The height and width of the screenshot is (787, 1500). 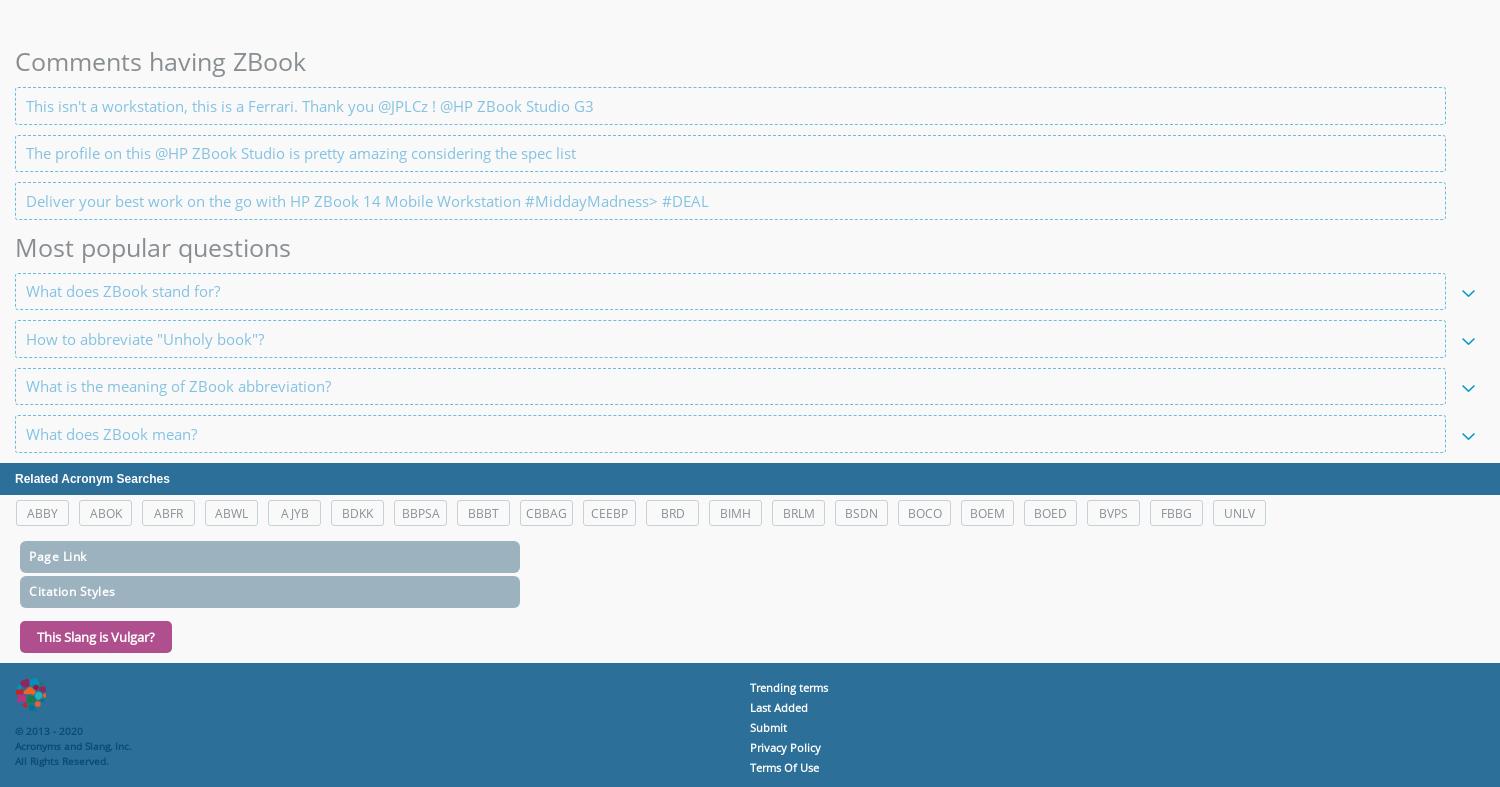 What do you see at coordinates (90, 478) in the screenshot?
I see `'Related Acronym Searches'` at bounding box center [90, 478].